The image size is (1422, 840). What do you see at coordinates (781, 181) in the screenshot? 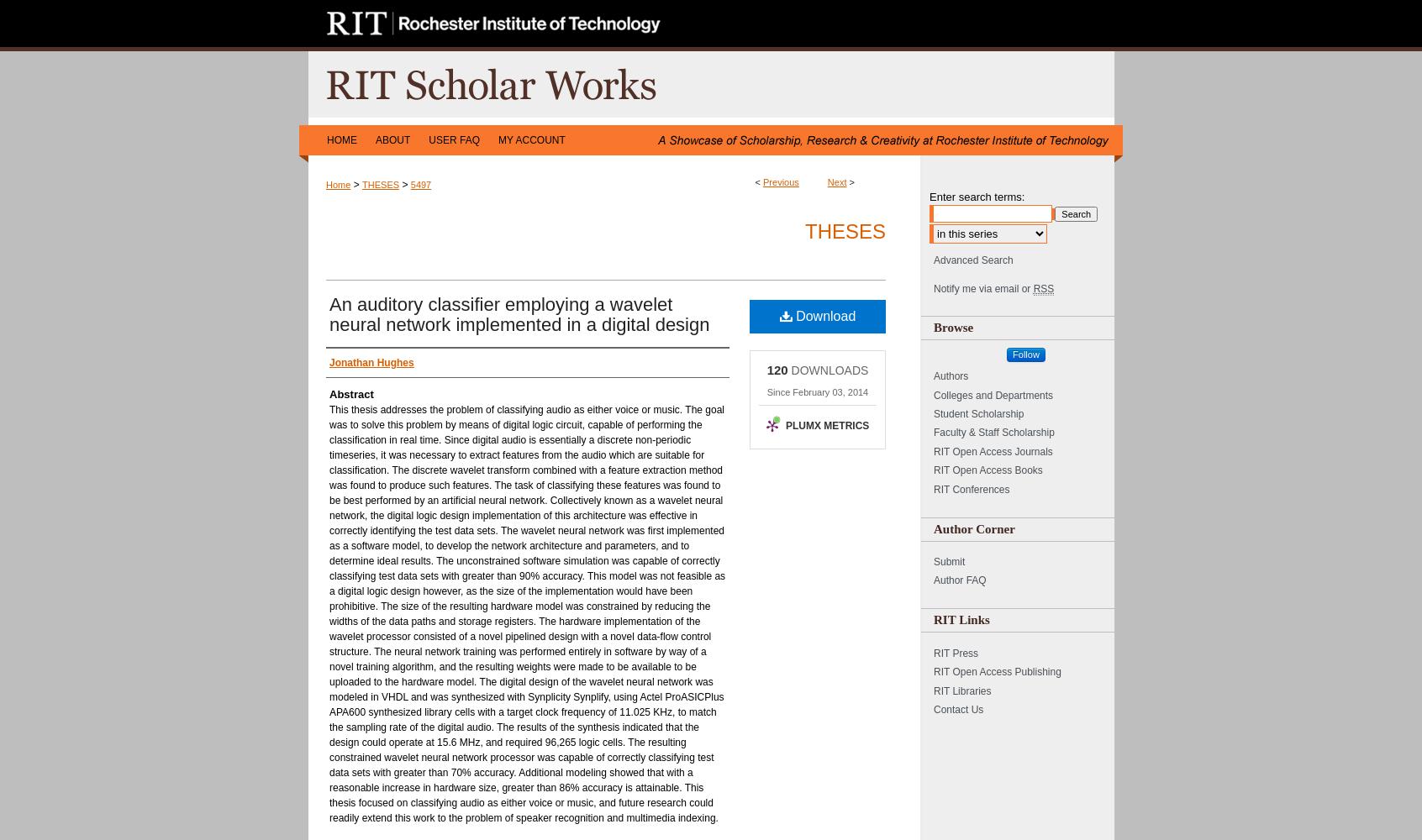
I see `'Previous'` at bounding box center [781, 181].